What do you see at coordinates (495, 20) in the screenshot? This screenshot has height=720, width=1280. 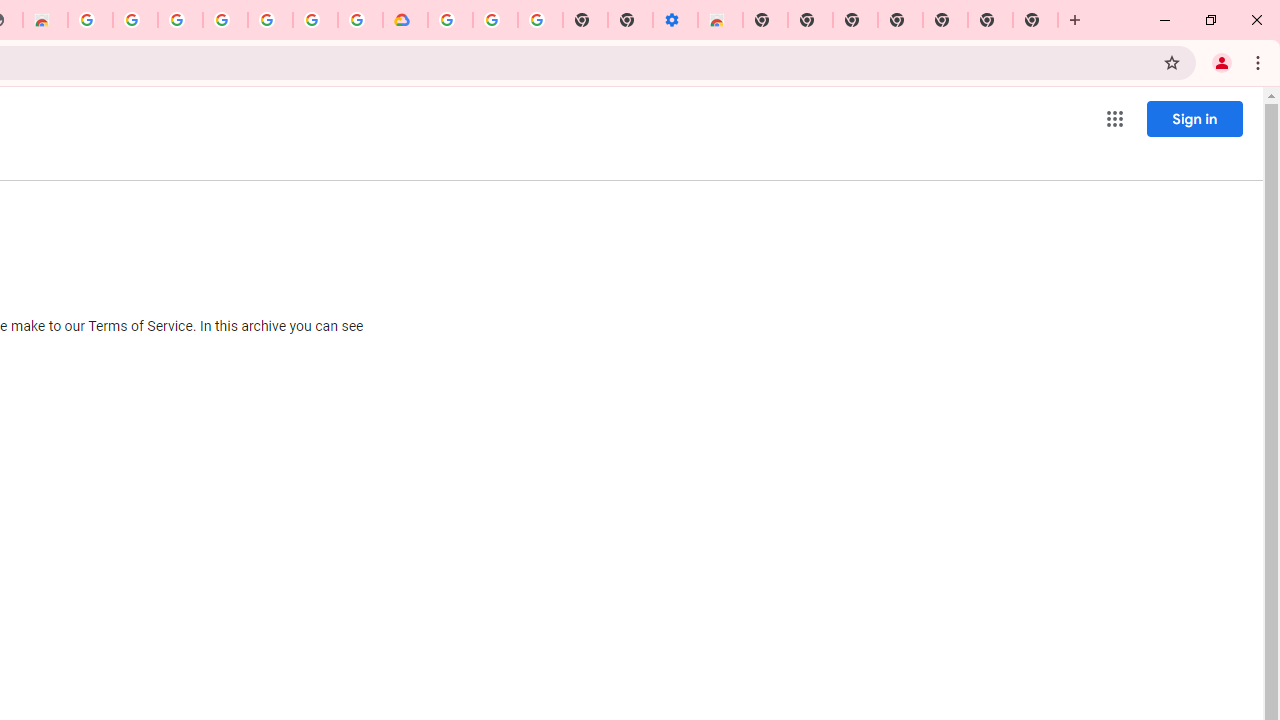 I see `'Google Account Help'` at bounding box center [495, 20].